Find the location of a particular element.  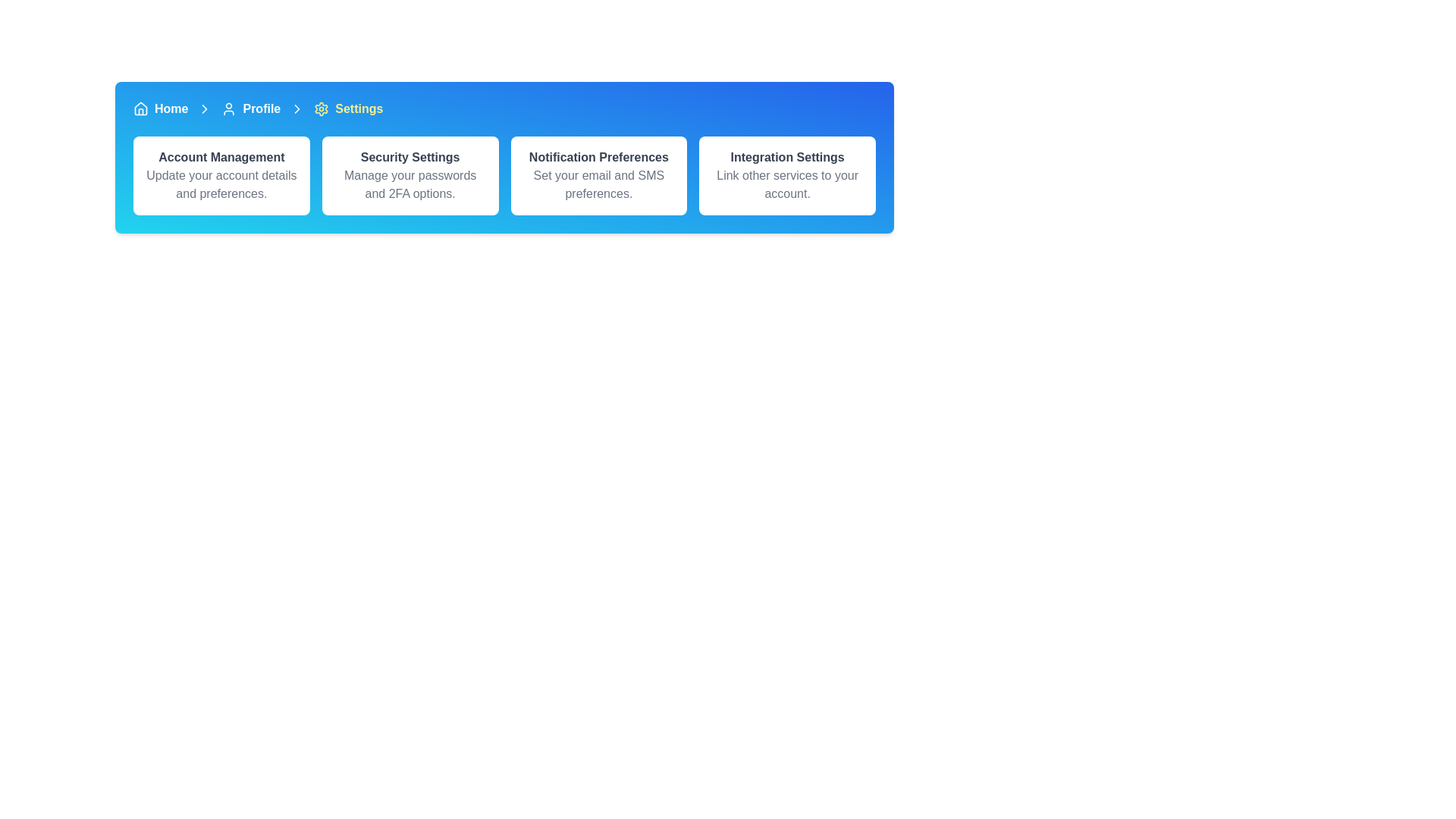

the breadcrumb separator icon located in the top navigation menu bar between 'Profile' and 'Settings' to interact with the breadcrumb navigation is located at coordinates (204, 108).